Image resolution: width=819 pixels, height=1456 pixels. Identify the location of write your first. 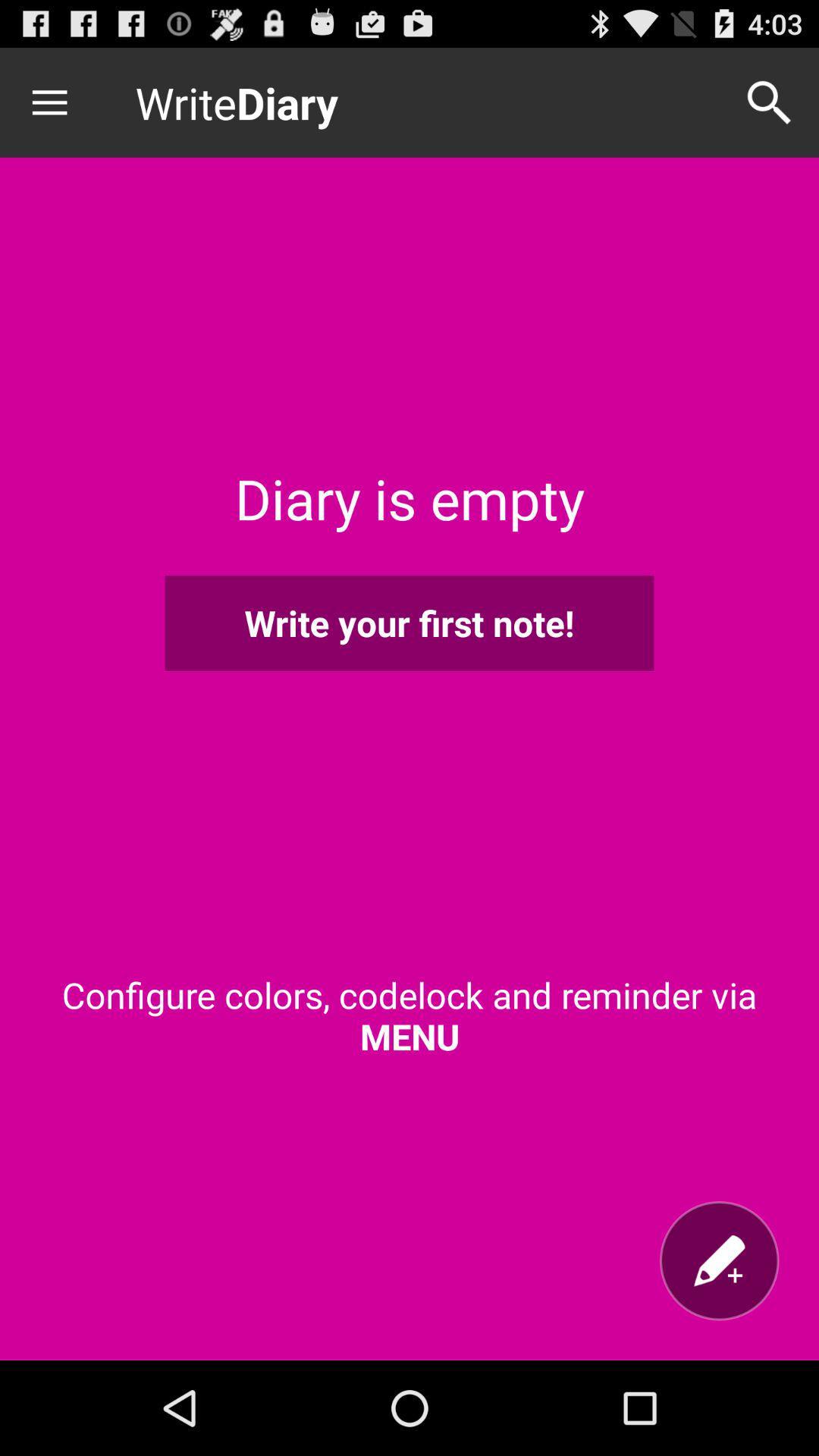
(409, 623).